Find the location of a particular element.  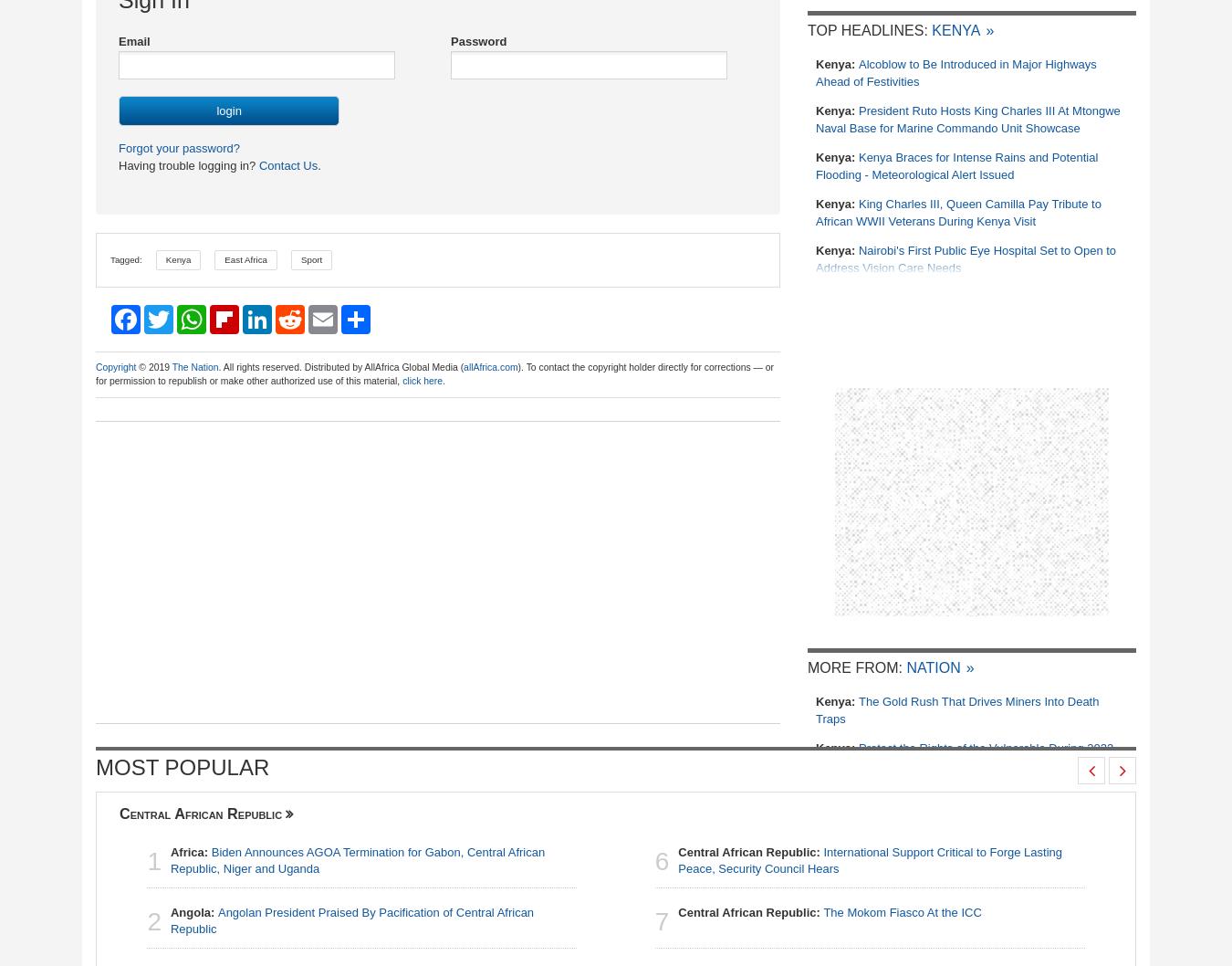

'More From:' is located at coordinates (856, 667).